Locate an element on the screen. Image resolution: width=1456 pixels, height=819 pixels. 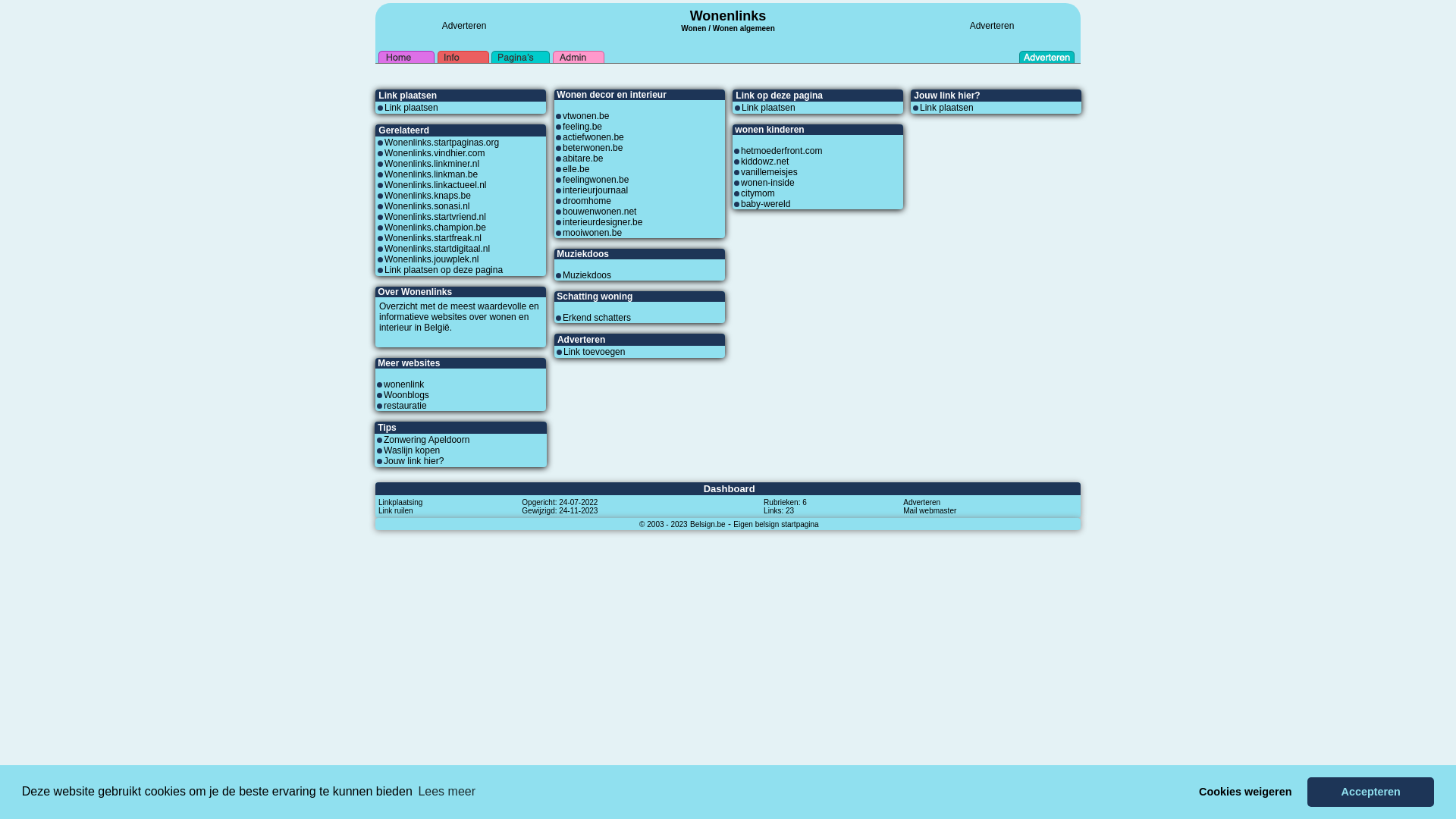
'Muziekdoos' is located at coordinates (585, 275).